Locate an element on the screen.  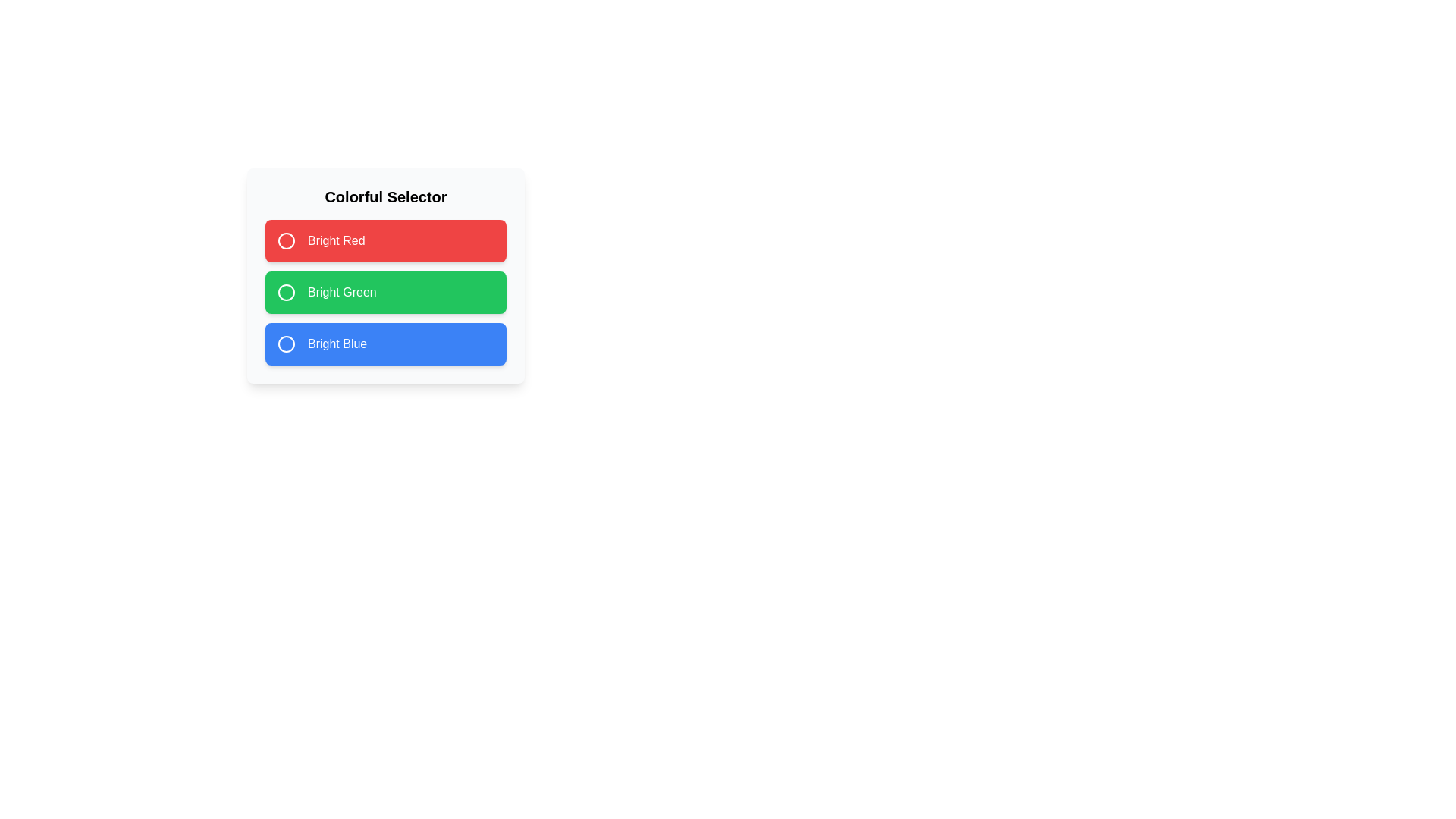
the circular icon that represents the selection component for the 'Bright Blue' option, located at the bottom of the three color options in the vertical list is located at coordinates (287, 344).